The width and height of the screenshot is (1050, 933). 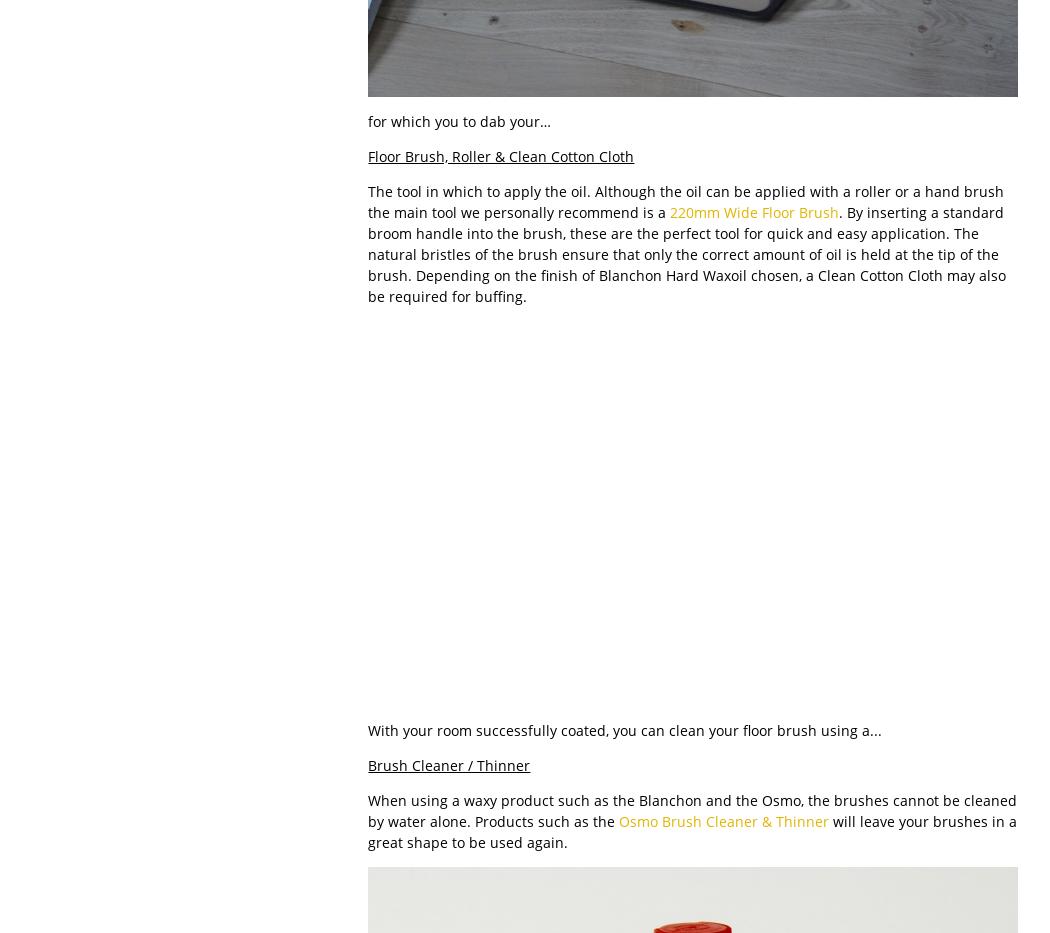 What do you see at coordinates (692, 830) in the screenshot?
I see `'will leave your brushes in a great shape to be used again.'` at bounding box center [692, 830].